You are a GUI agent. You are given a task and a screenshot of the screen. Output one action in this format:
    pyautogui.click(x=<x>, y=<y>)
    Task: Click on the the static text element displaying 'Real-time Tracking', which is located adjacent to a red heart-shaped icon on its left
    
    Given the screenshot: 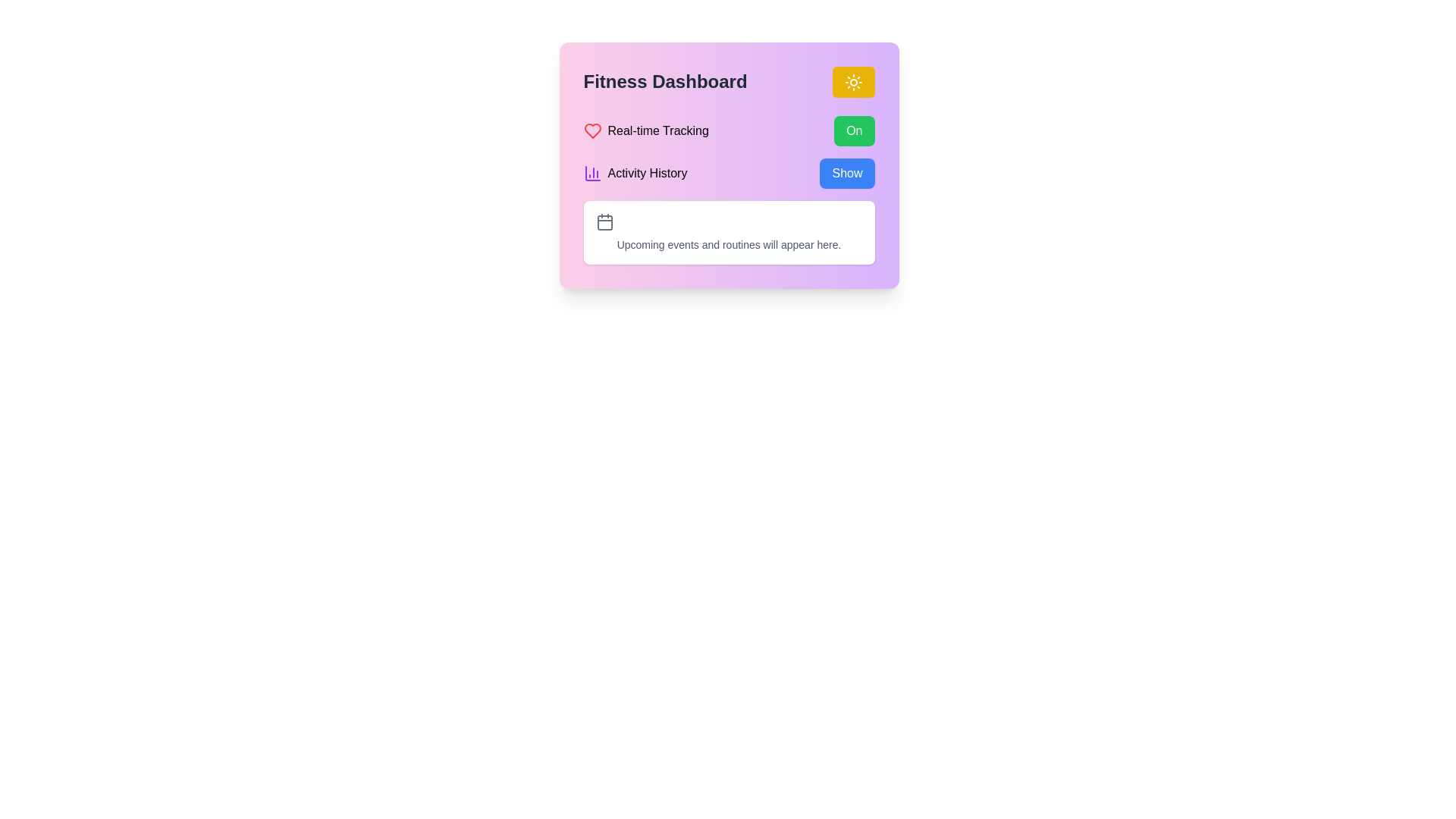 What is the action you would take?
    pyautogui.click(x=658, y=130)
    